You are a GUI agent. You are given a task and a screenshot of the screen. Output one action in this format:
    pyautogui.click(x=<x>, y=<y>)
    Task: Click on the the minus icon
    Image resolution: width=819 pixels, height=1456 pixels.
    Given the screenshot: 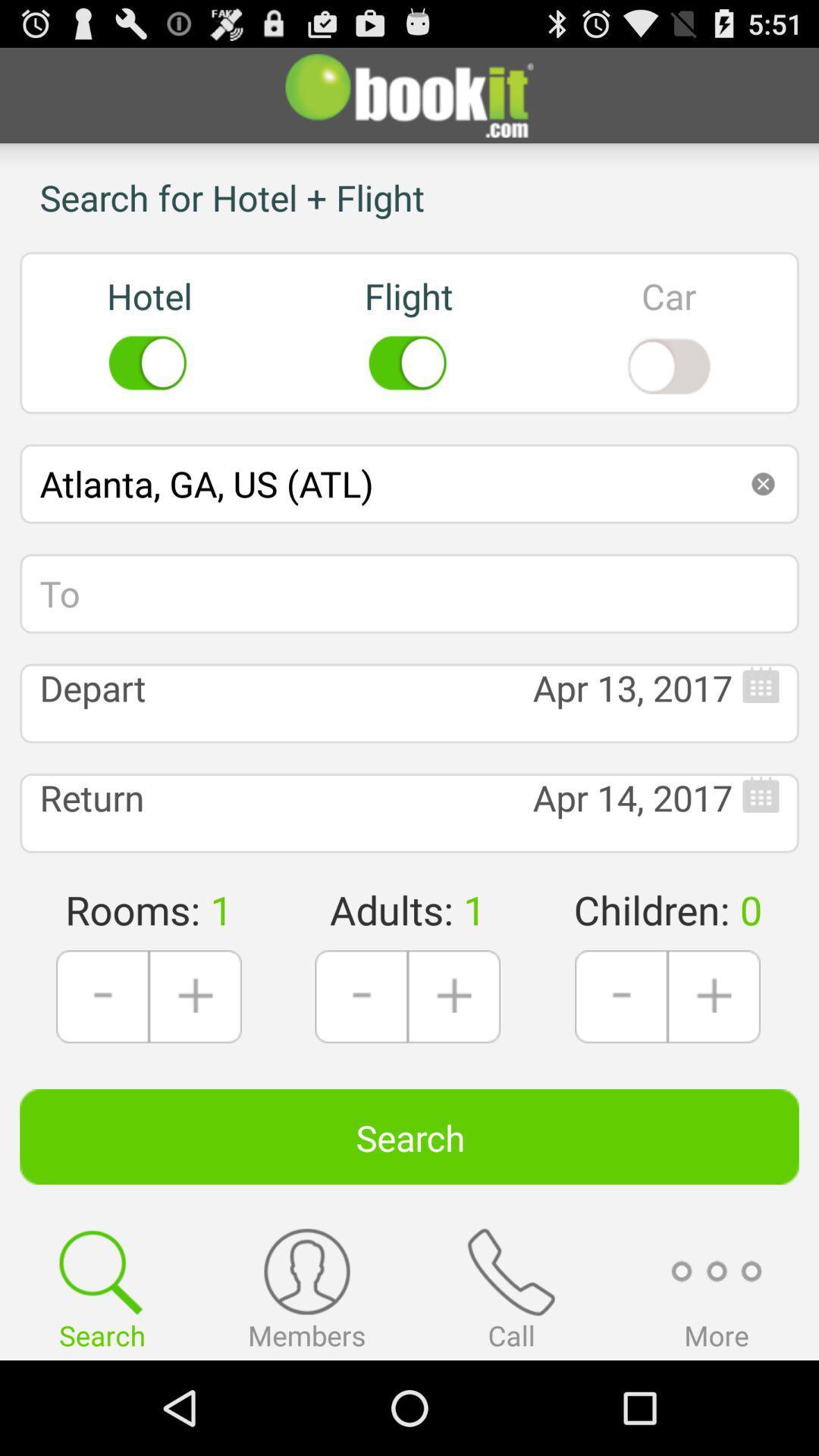 What is the action you would take?
    pyautogui.click(x=621, y=1065)
    